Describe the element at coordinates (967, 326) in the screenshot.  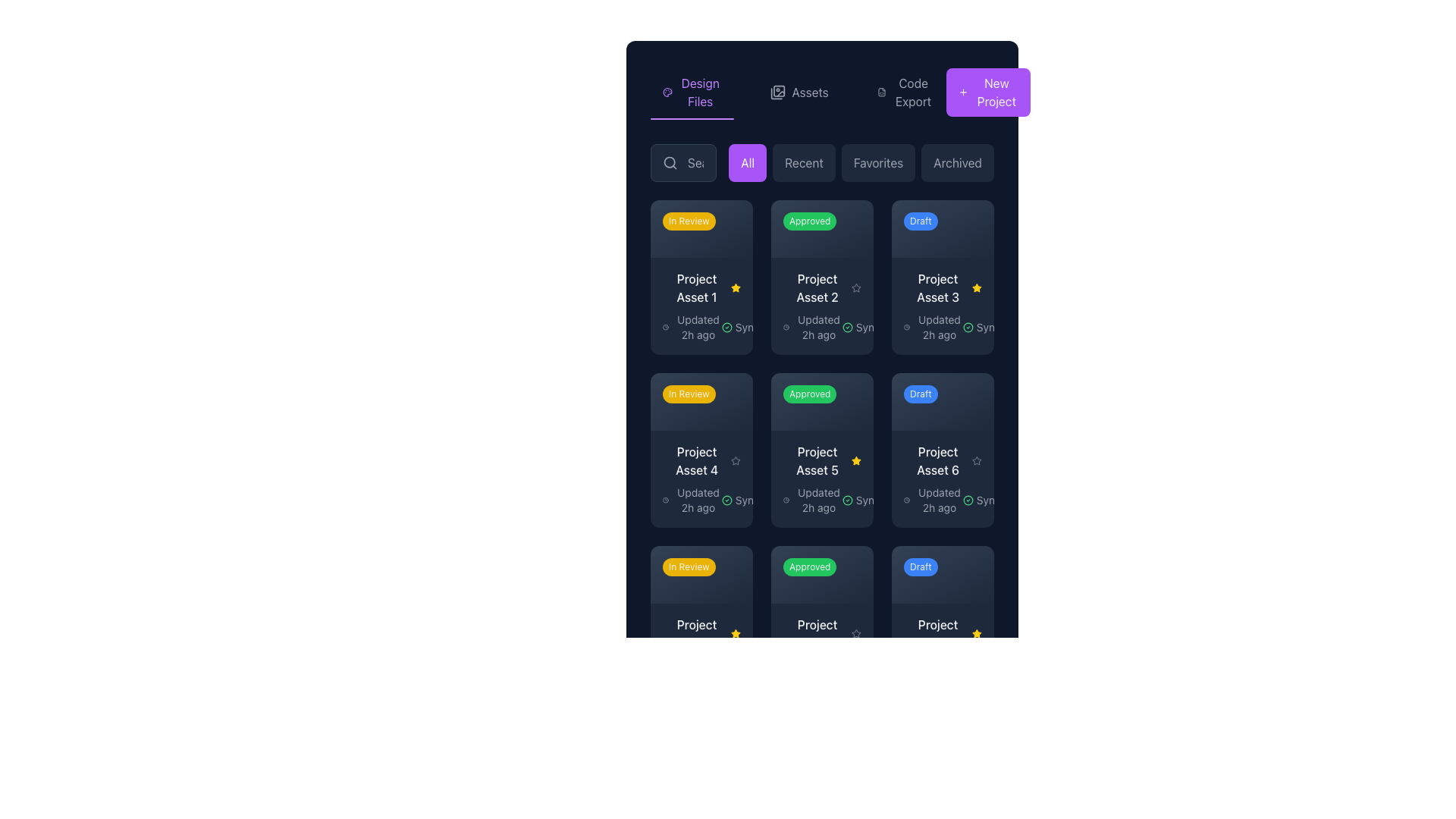
I see `the circle SVG element representing the status of 'Project Asset 3' located in the top row's third column` at that location.